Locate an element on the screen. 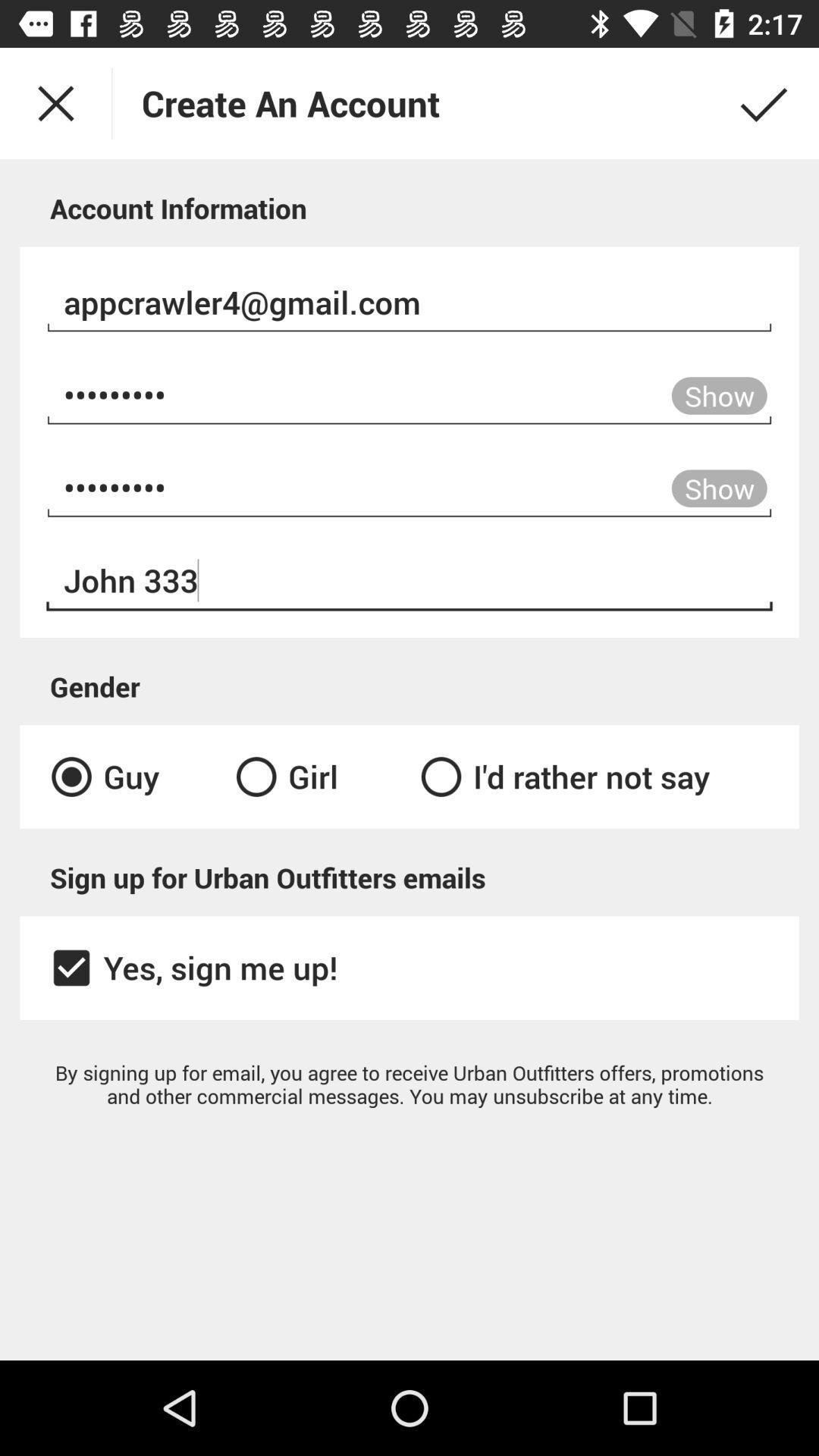  the close icon is located at coordinates (55, 102).